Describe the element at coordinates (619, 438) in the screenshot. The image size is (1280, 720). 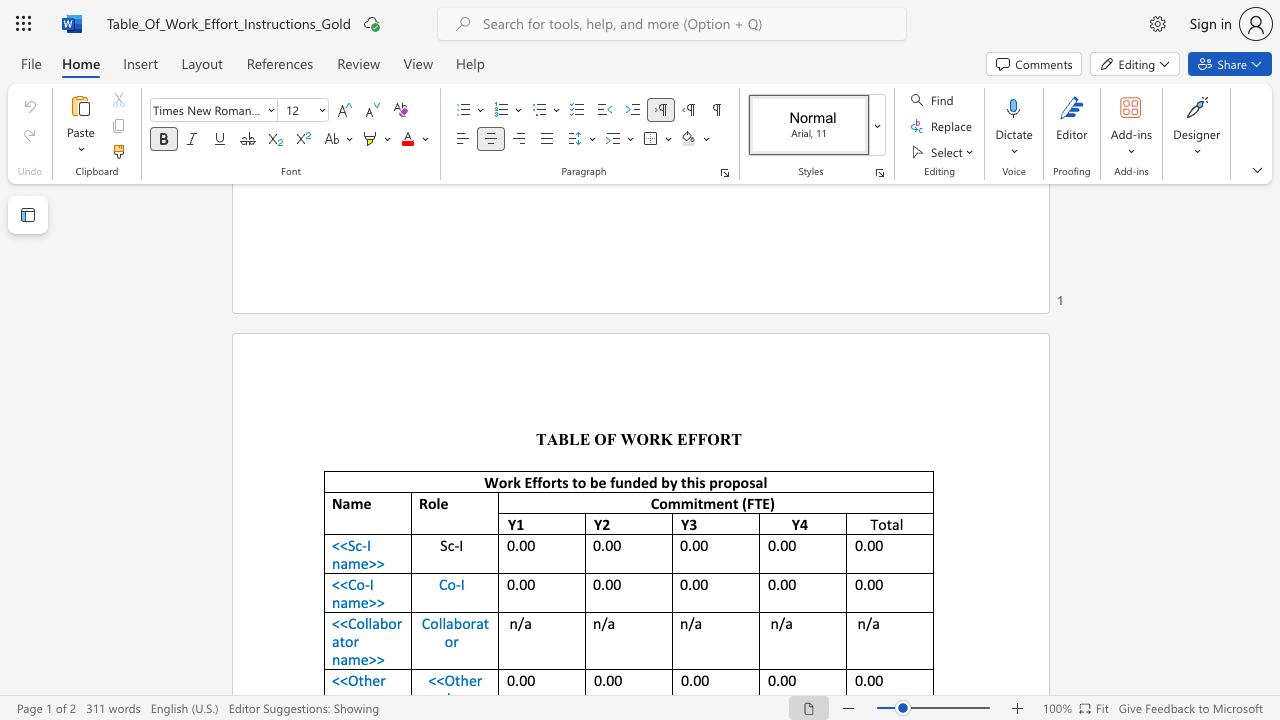
I see `the subset text "WORK E" within the text "TABLE OF WORK EFFORT"` at that location.